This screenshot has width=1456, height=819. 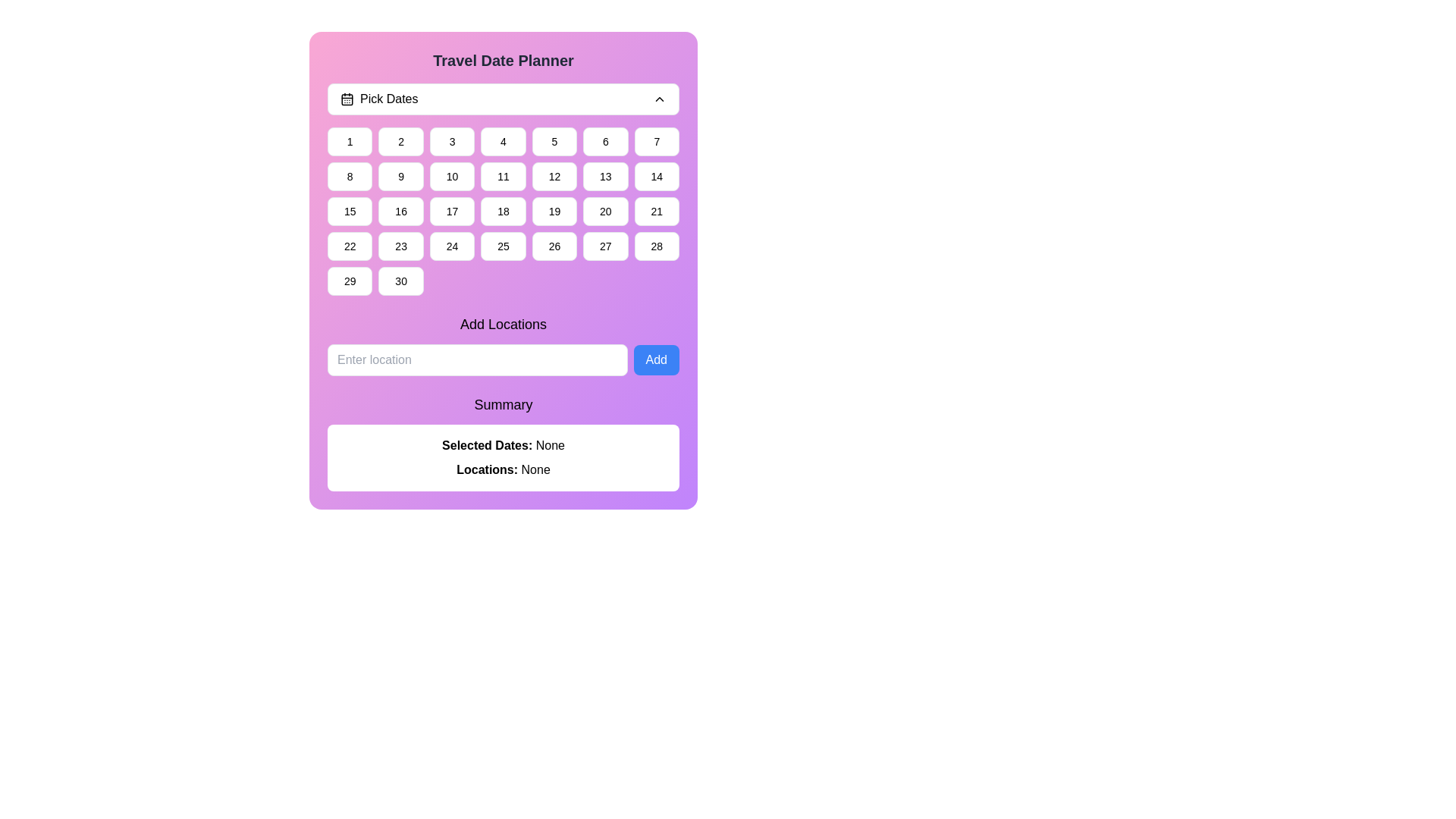 What do you see at coordinates (657, 175) in the screenshot?
I see `the small interactive button featuring the number '14' on a white background` at bounding box center [657, 175].